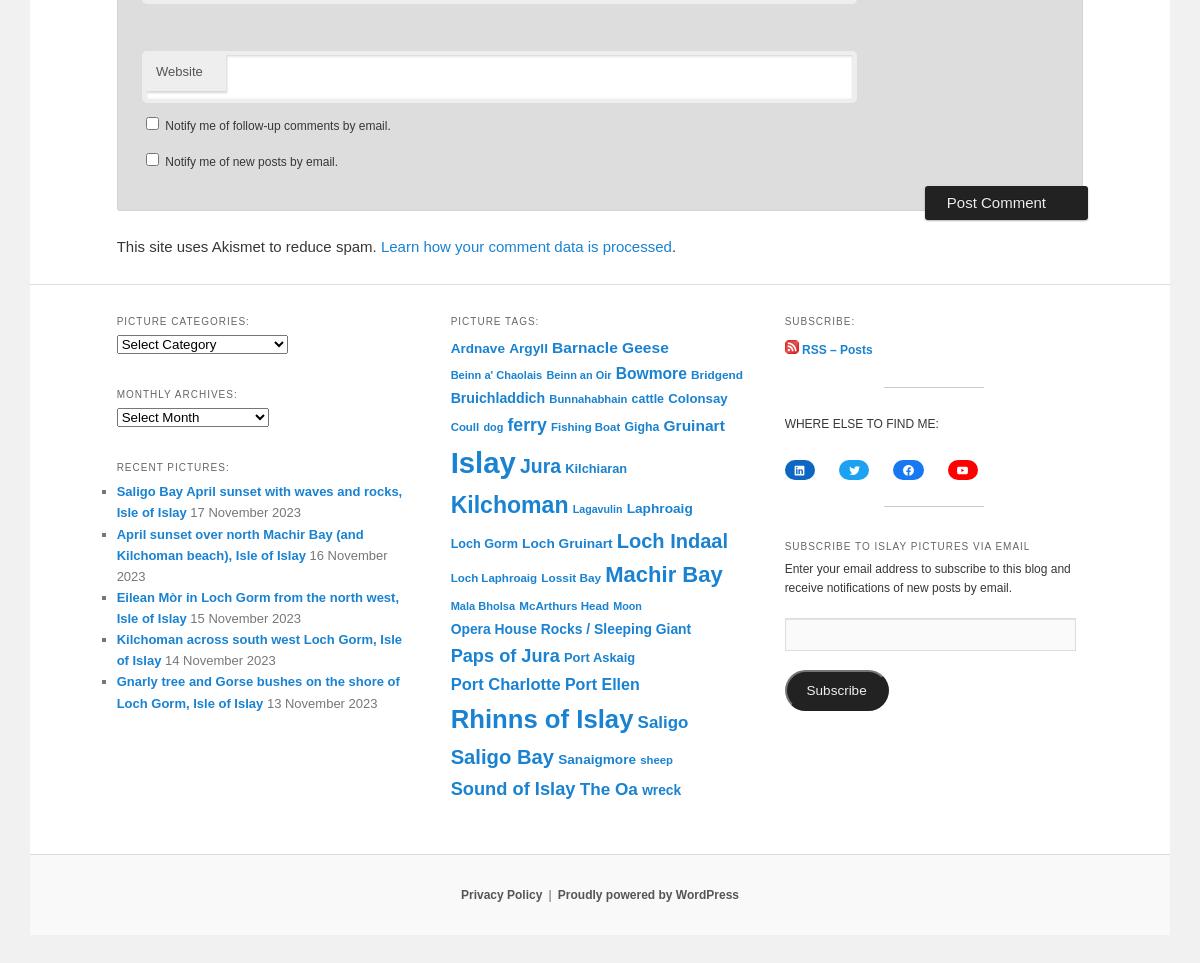 The width and height of the screenshot is (1200, 963). Describe the element at coordinates (256, 607) in the screenshot. I see `'Eilean Mòr in Loch Gorm from the north west, Isle of Islay'` at that location.